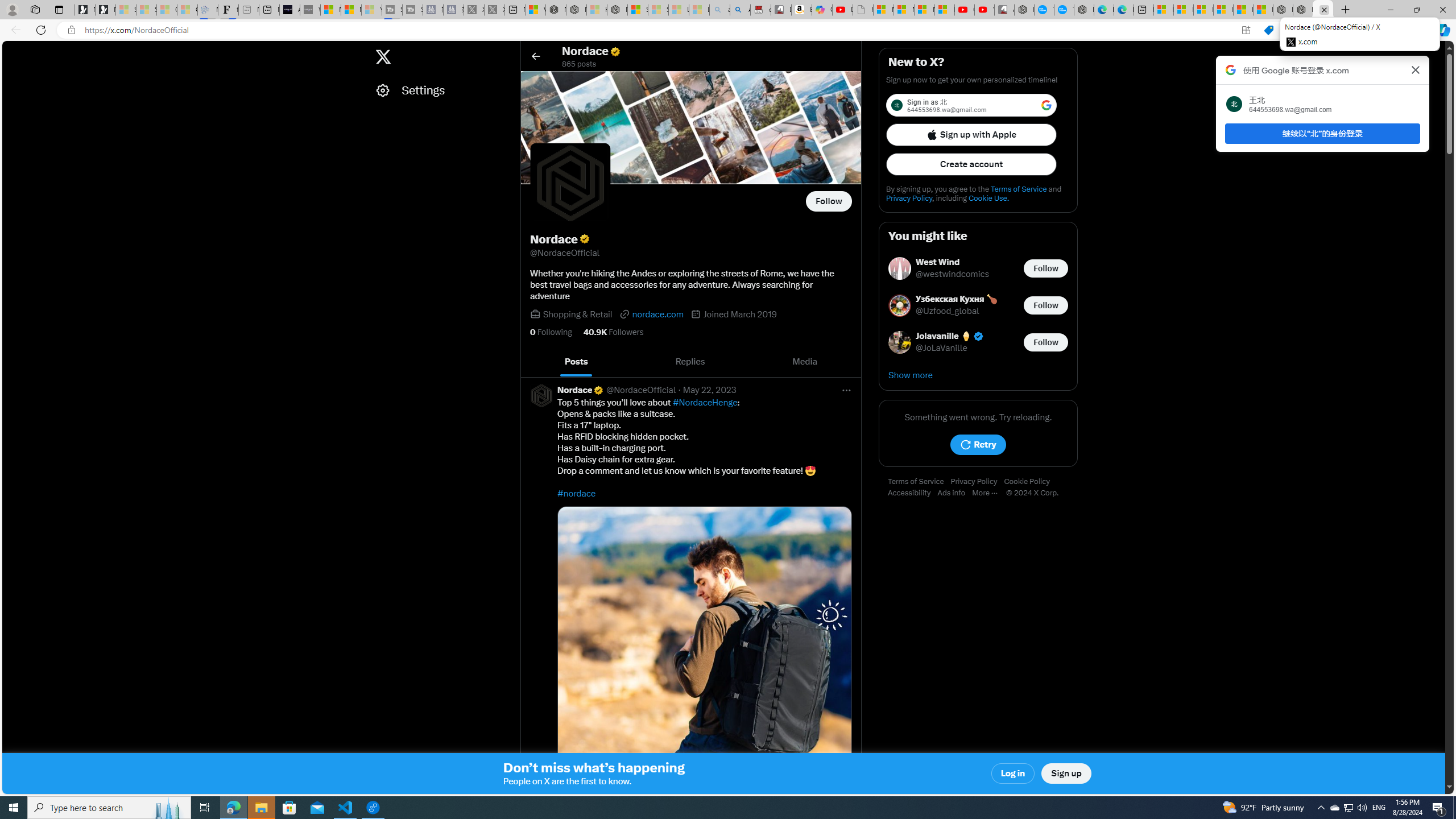 The height and width of the screenshot is (819, 1456). What do you see at coordinates (584, 239) in the screenshot?
I see `'Provides details about verified accounts.'` at bounding box center [584, 239].